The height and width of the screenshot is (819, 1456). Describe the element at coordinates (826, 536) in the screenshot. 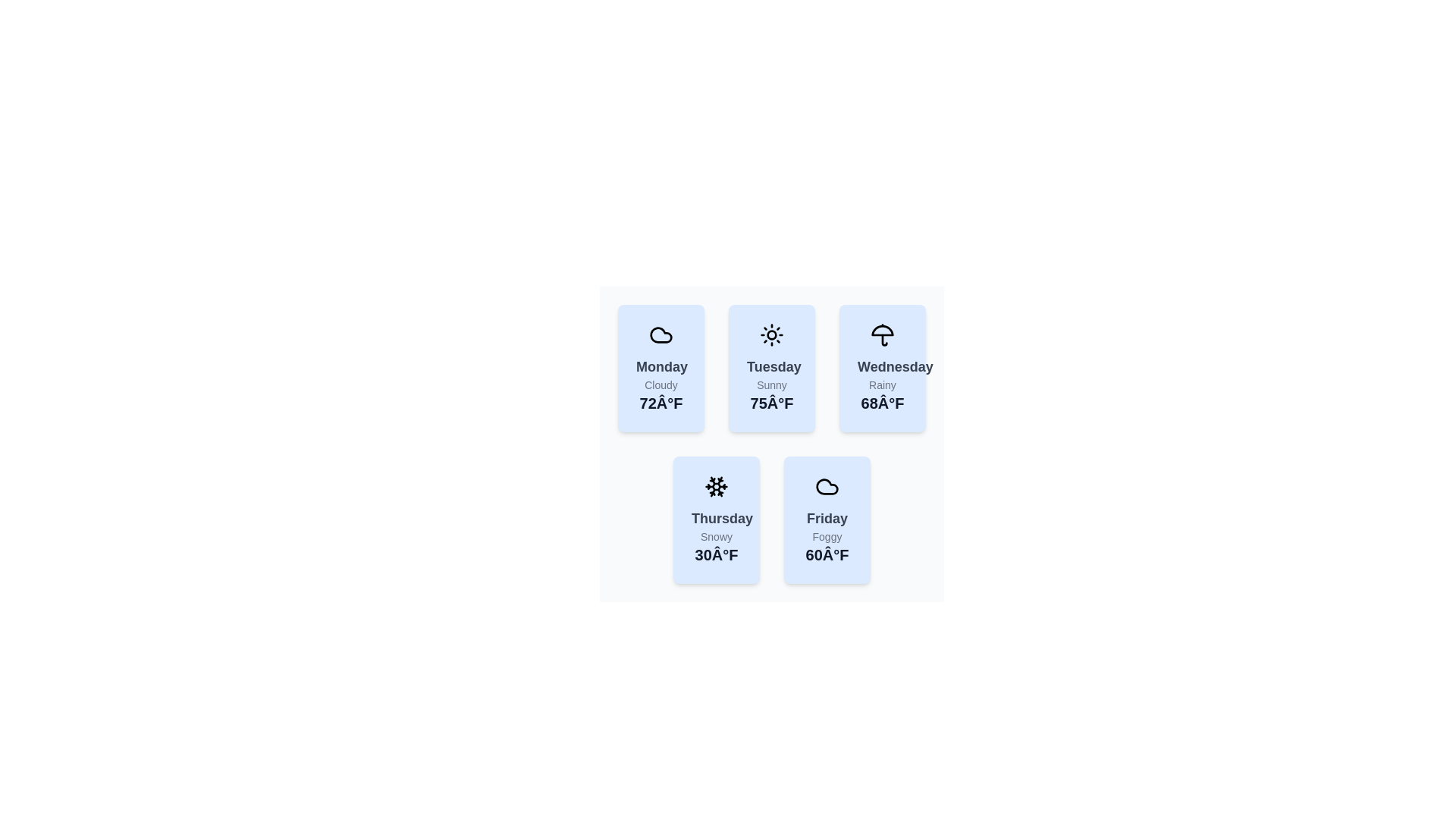

I see `the 'Foggy' text label located within the 'Friday' card in the bottom right corner of the grid layout, which provides a description of the weather condition for Friday` at that location.